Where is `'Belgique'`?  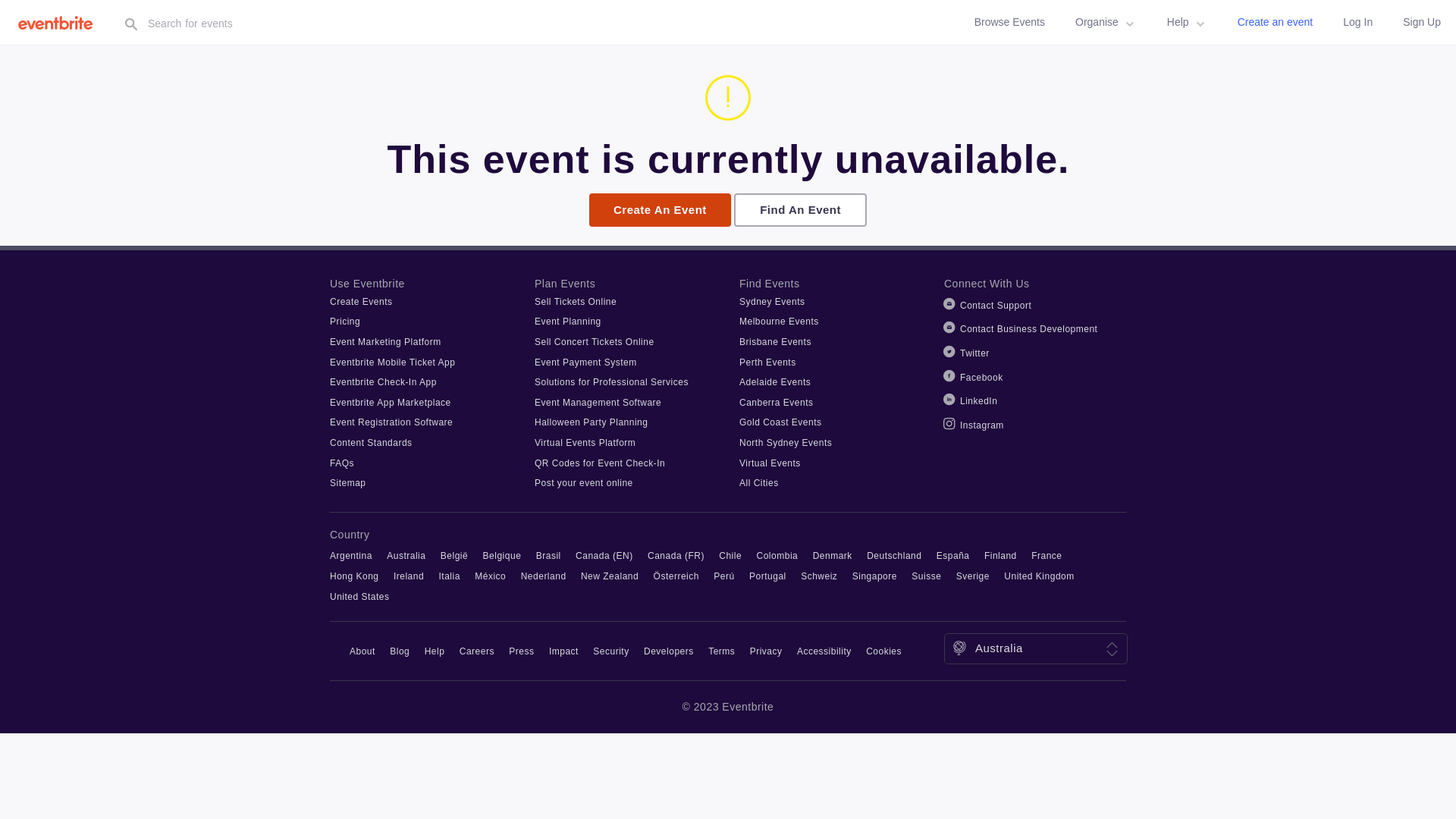 'Belgique' is located at coordinates (502, 555).